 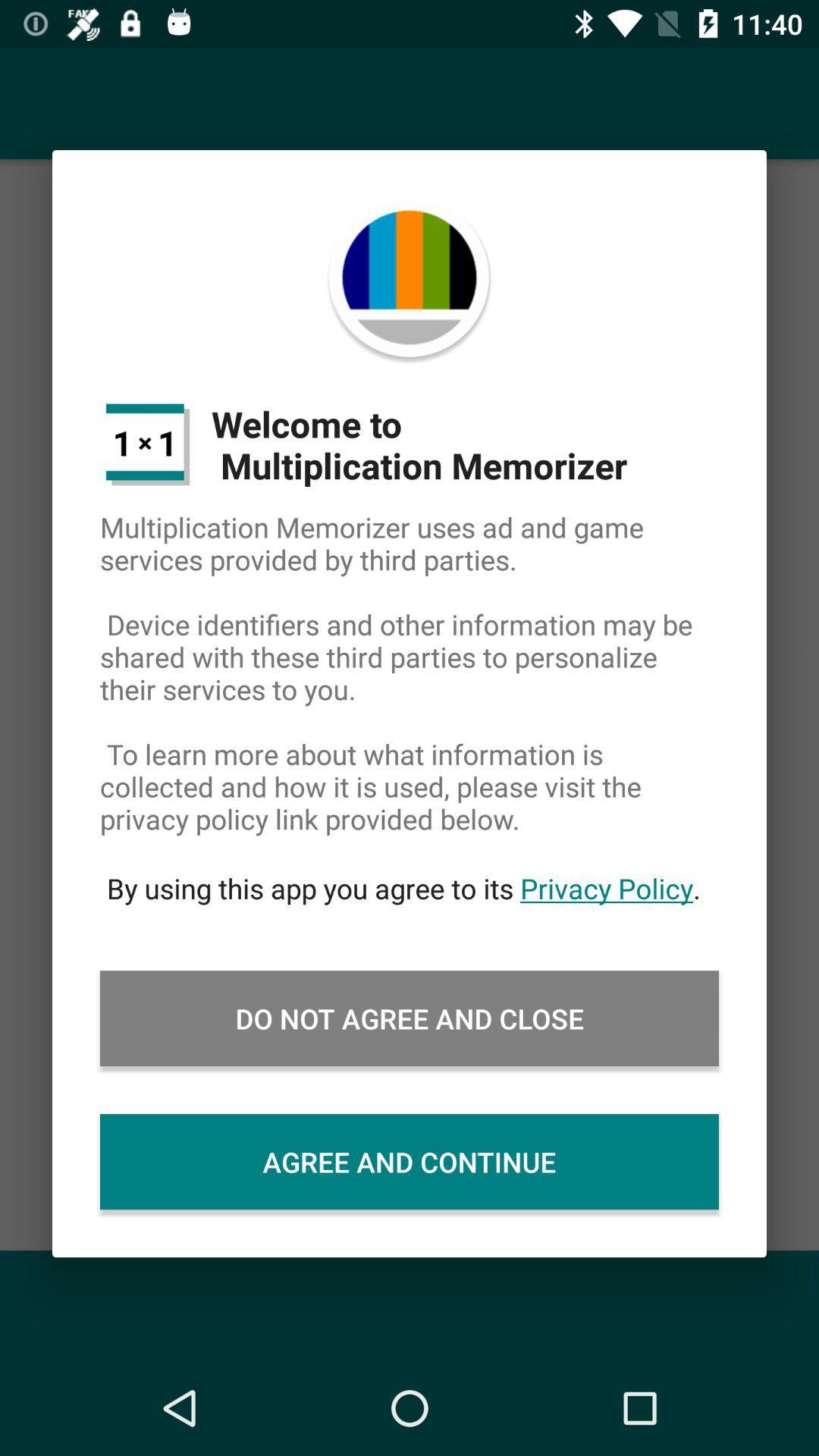 What do you see at coordinates (409, 1018) in the screenshot?
I see `the do not agree item` at bounding box center [409, 1018].